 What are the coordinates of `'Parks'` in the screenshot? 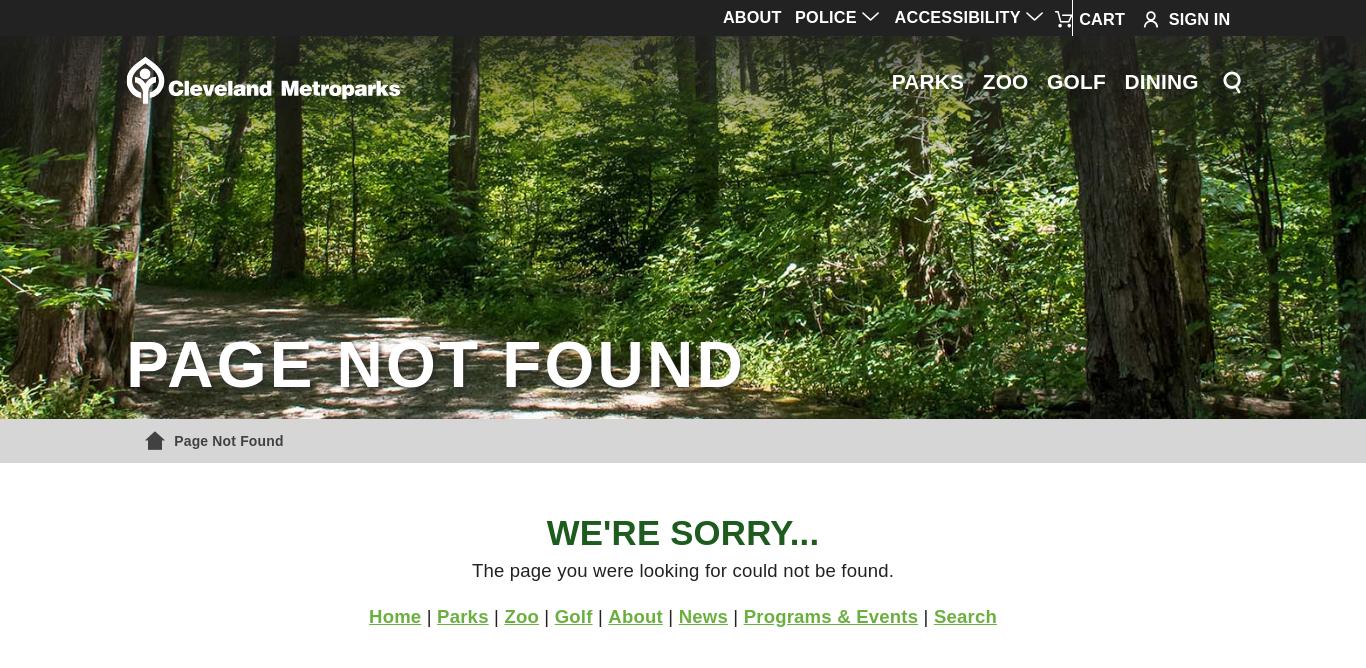 It's located at (462, 614).